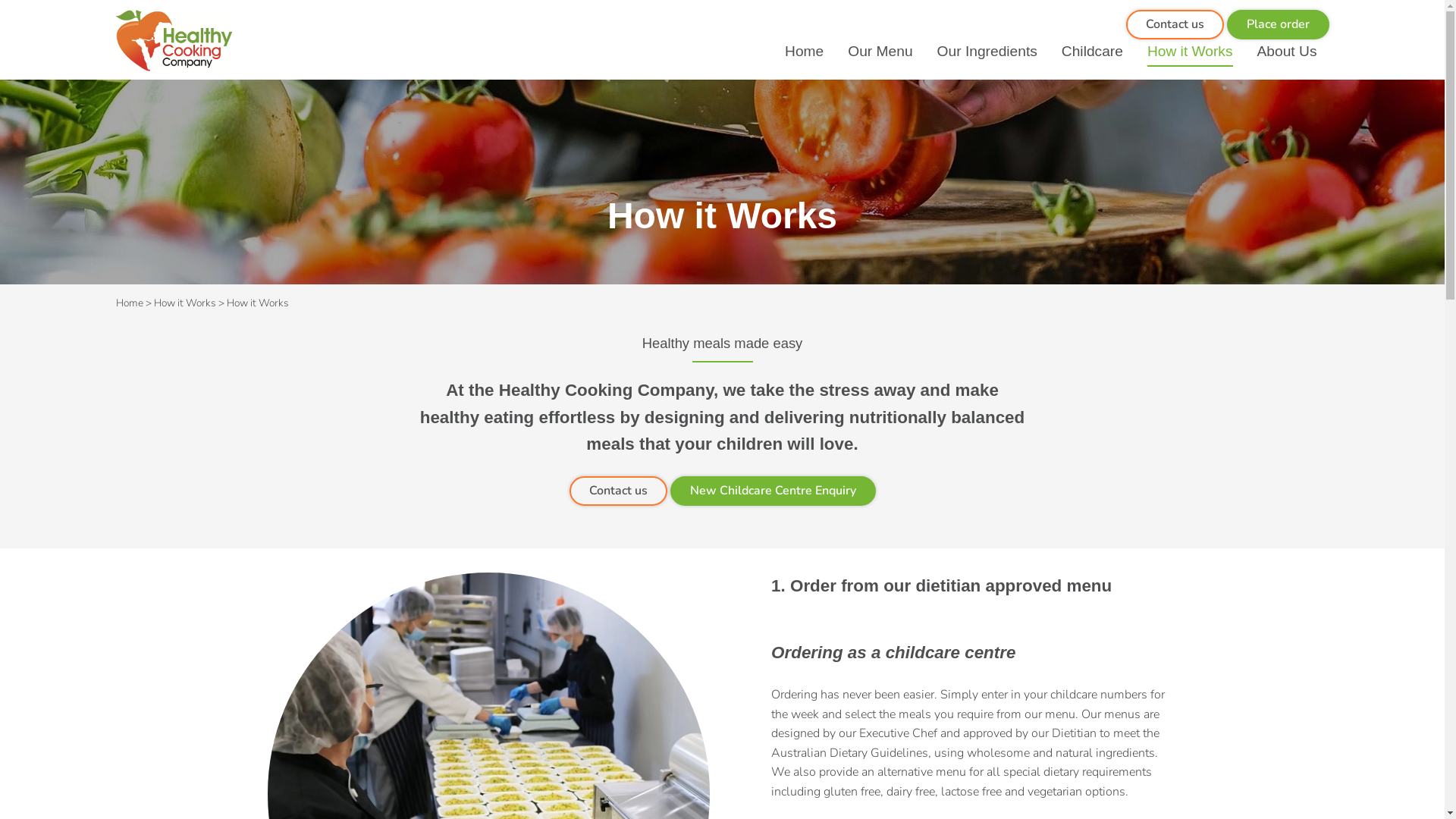 The image size is (1456, 819). I want to click on 'Healthy Cooking Company', so click(174, 39).